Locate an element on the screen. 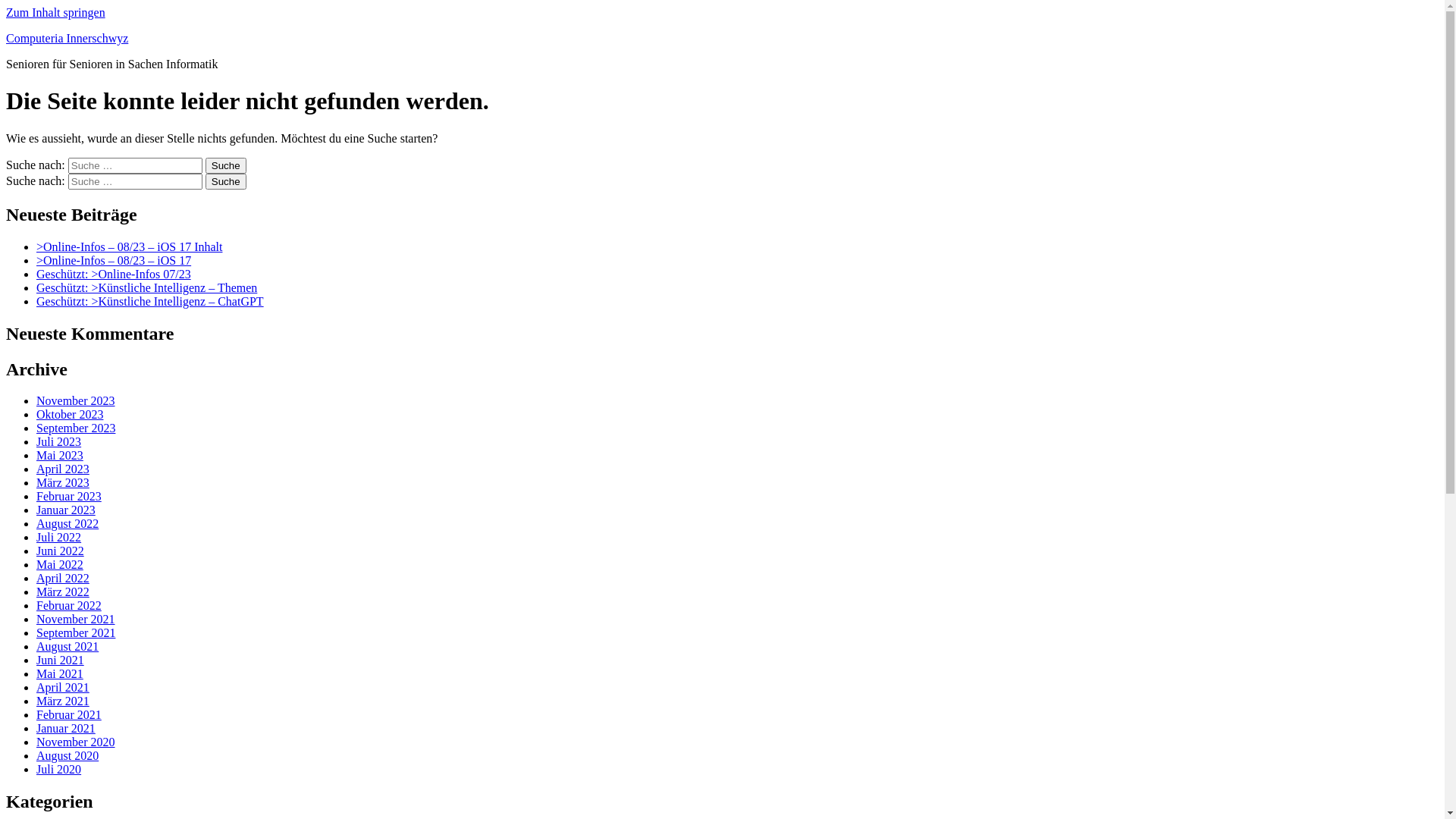 This screenshot has height=819, width=1456. 'Oktober 2023' is located at coordinates (36, 414).